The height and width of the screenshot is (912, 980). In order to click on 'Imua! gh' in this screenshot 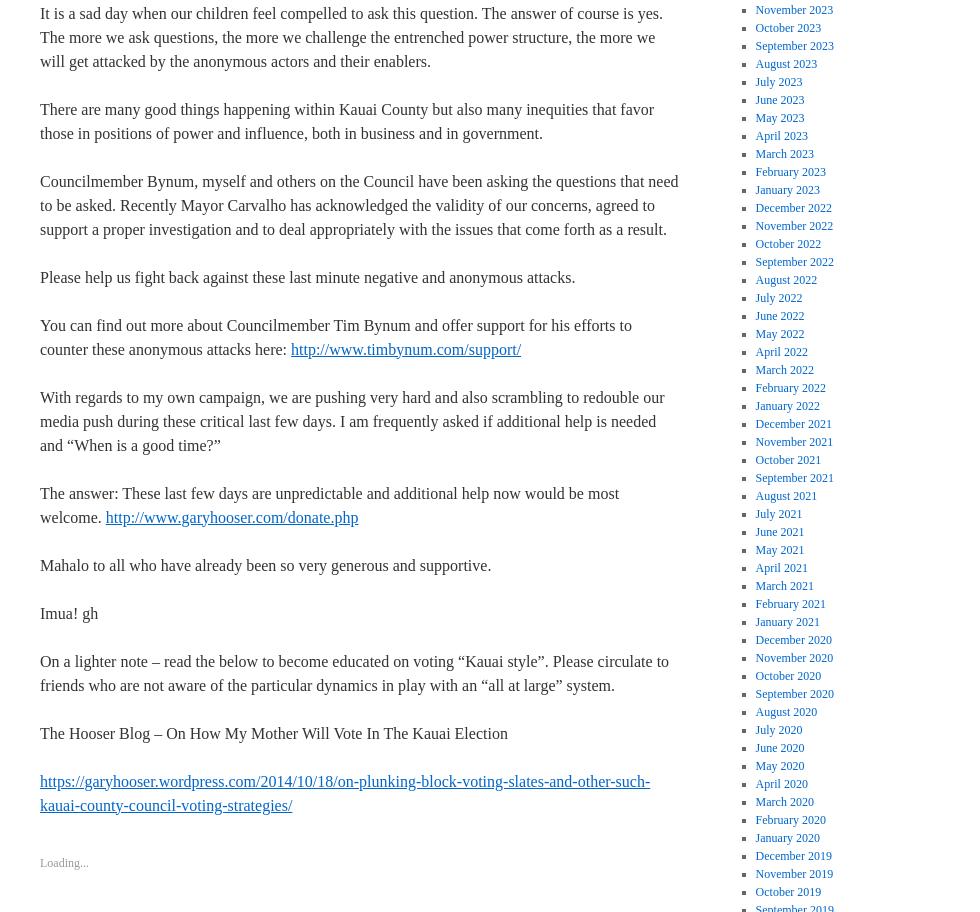, I will do `click(68, 612)`.